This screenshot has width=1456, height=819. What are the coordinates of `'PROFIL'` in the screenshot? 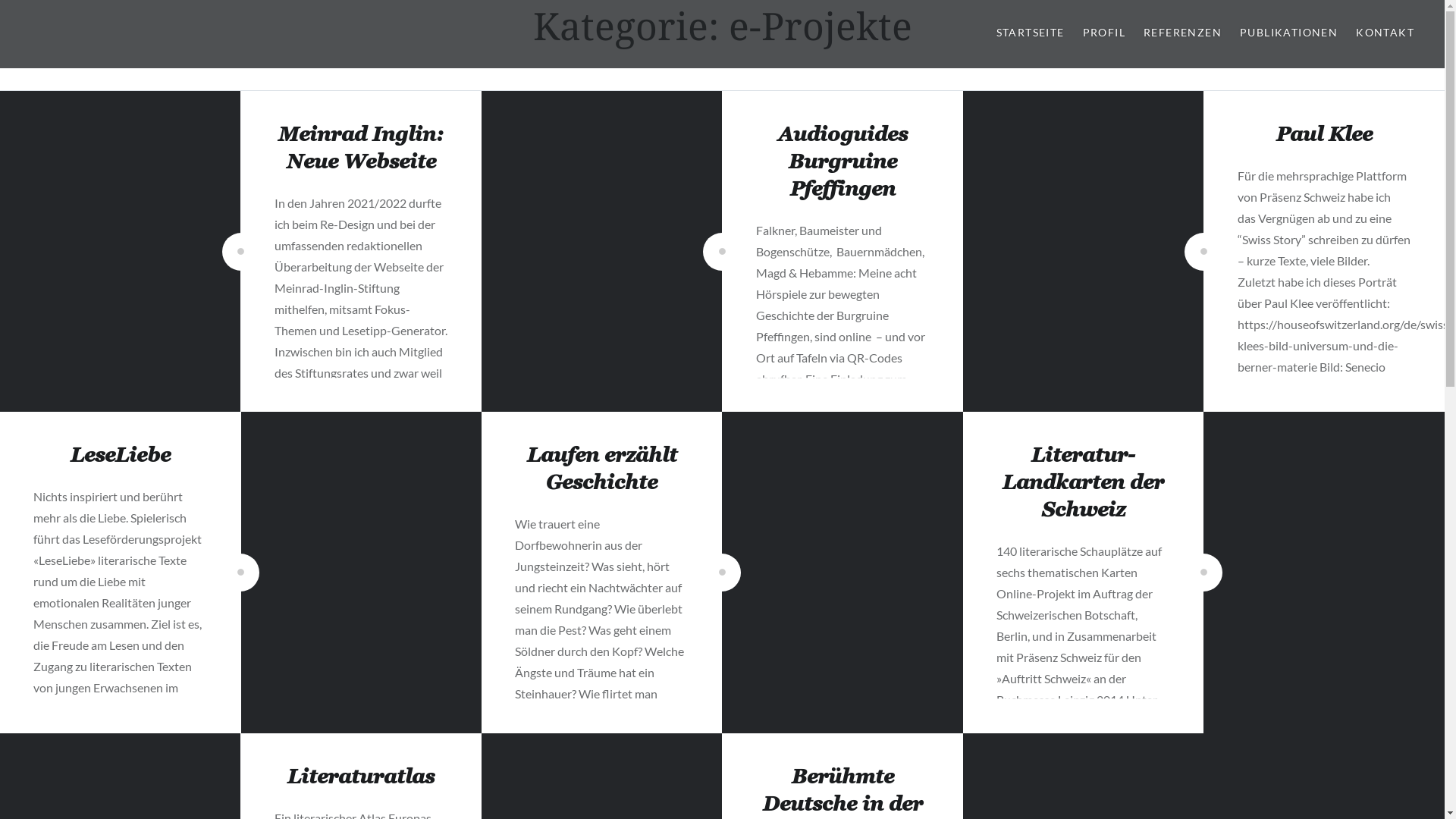 It's located at (1103, 33).